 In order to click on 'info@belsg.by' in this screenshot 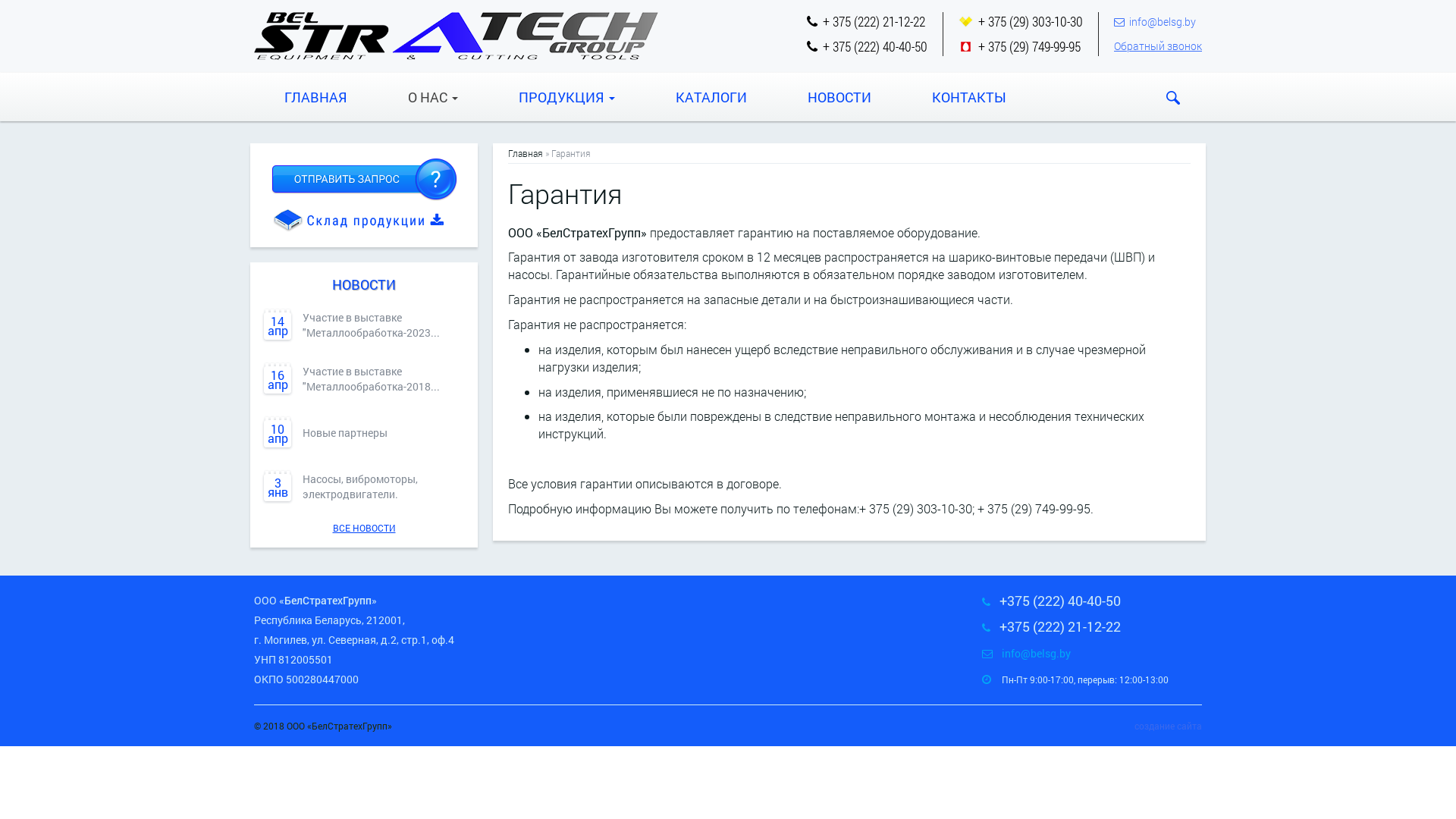, I will do `click(1035, 652)`.